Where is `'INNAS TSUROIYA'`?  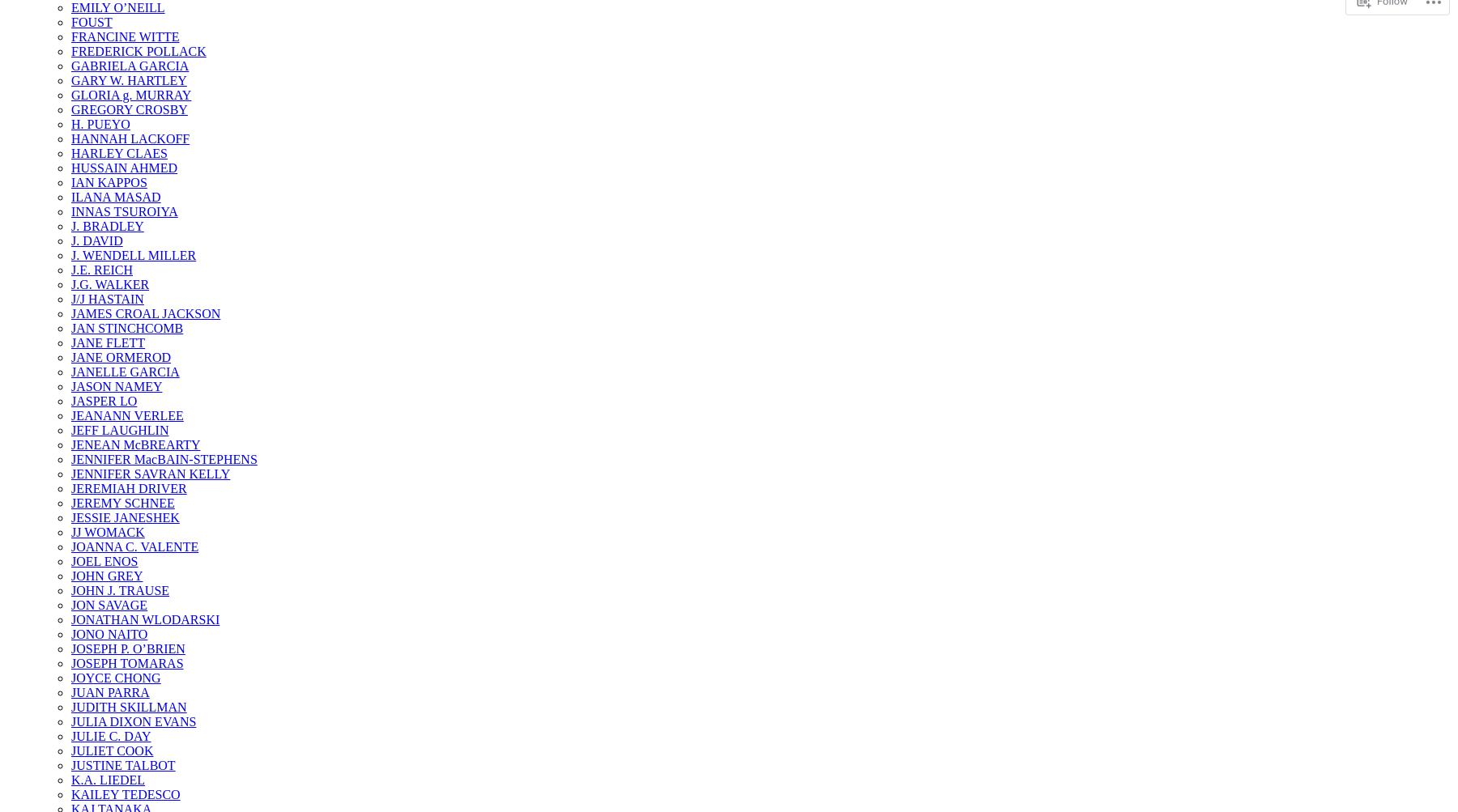 'INNAS TSUROIYA' is located at coordinates (124, 211).